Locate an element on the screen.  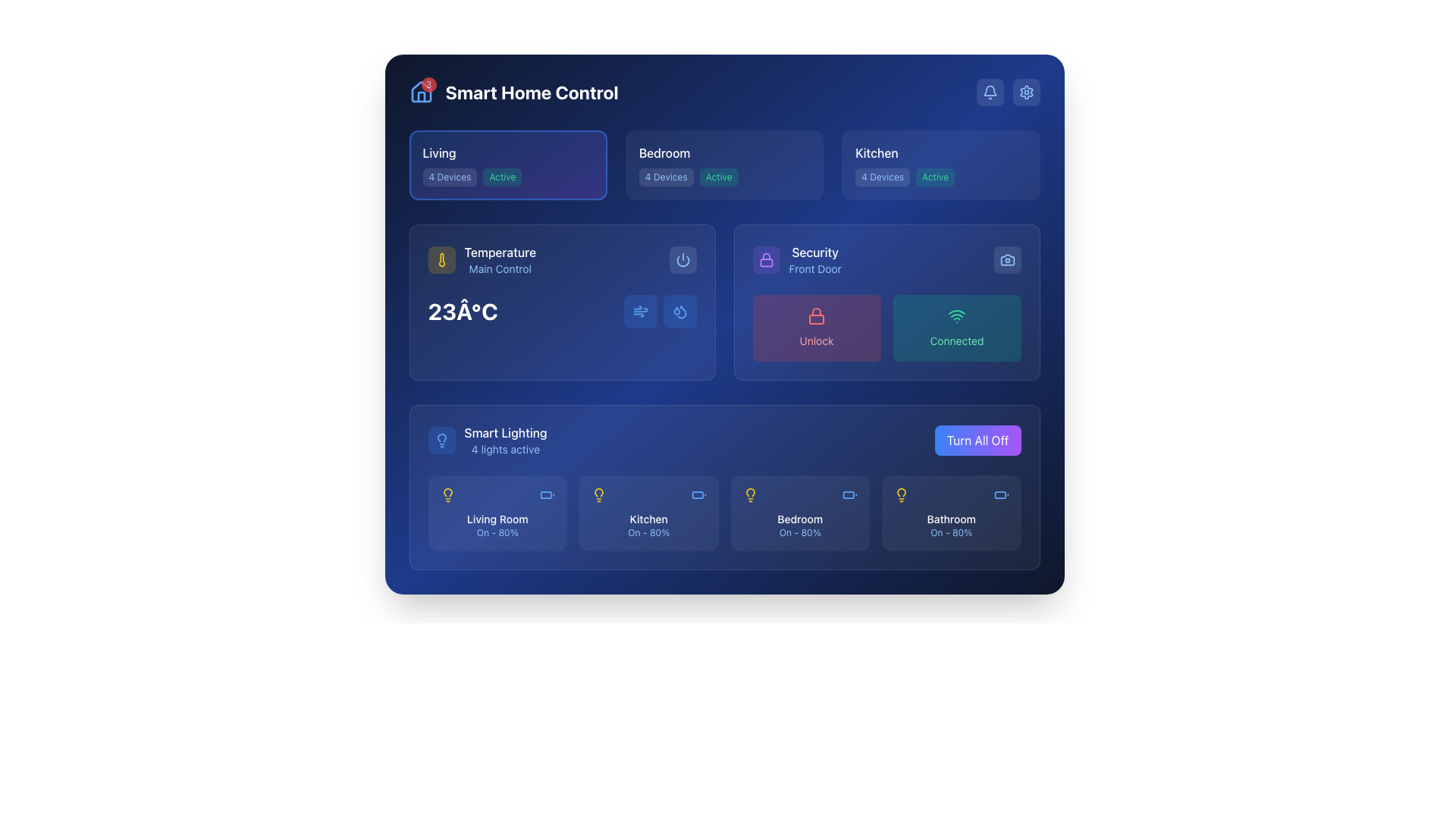
the modern outline styled yellow thermometer icon located in the top-left area of the 'Temperature' section in the 'Main Control' card is located at coordinates (441, 259).